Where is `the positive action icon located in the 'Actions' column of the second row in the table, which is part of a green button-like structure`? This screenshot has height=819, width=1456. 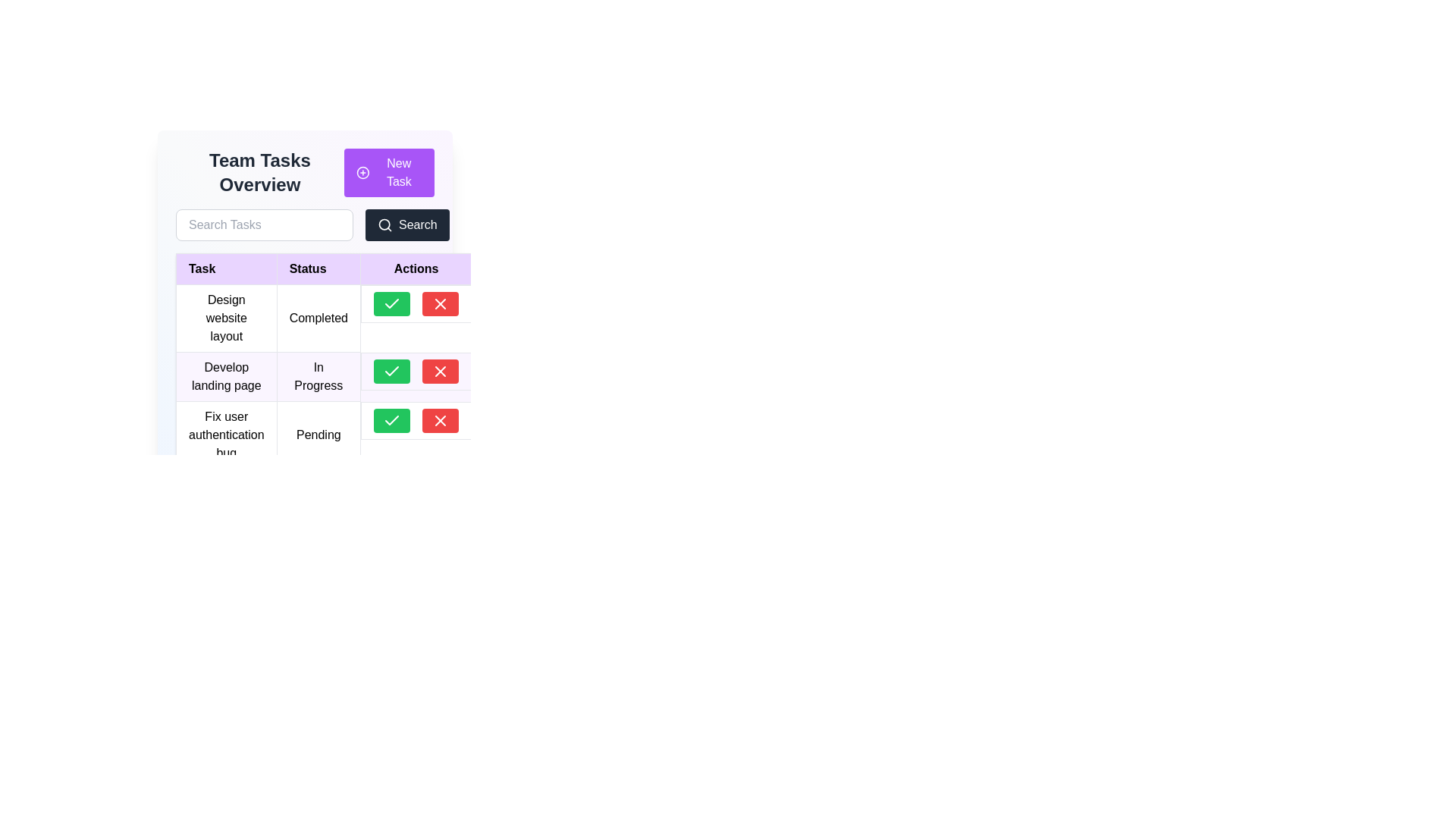
the positive action icon located in the 'Actions' column of the second row in the table, which is part of a green button-like structure is located at coordinates (392, 371).